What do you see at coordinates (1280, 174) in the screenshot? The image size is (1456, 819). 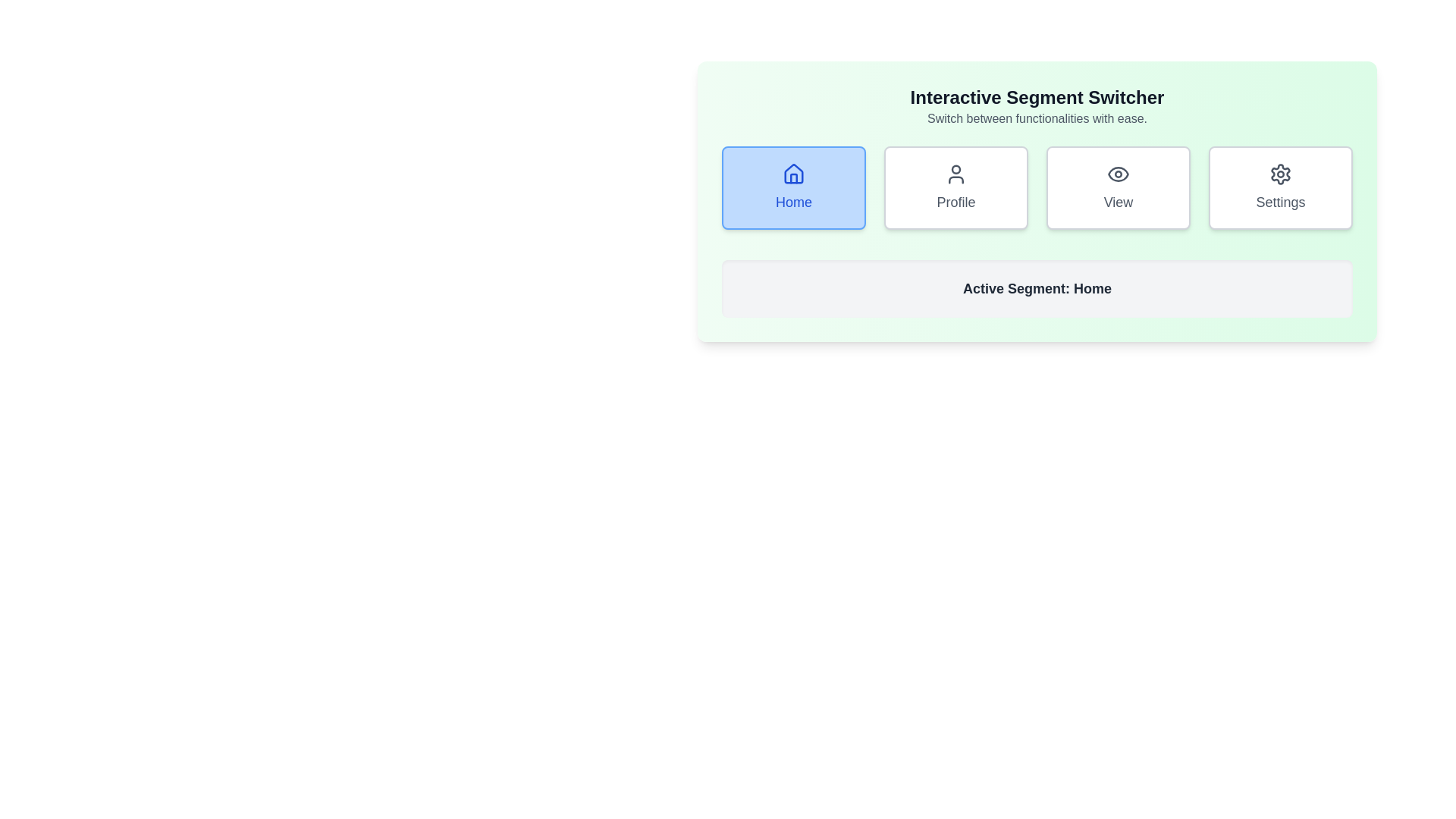 I see `the cogwheel SVG icon located within the 'Settings' card UI, which represents configuration options` at bounding box center [1280, 174].